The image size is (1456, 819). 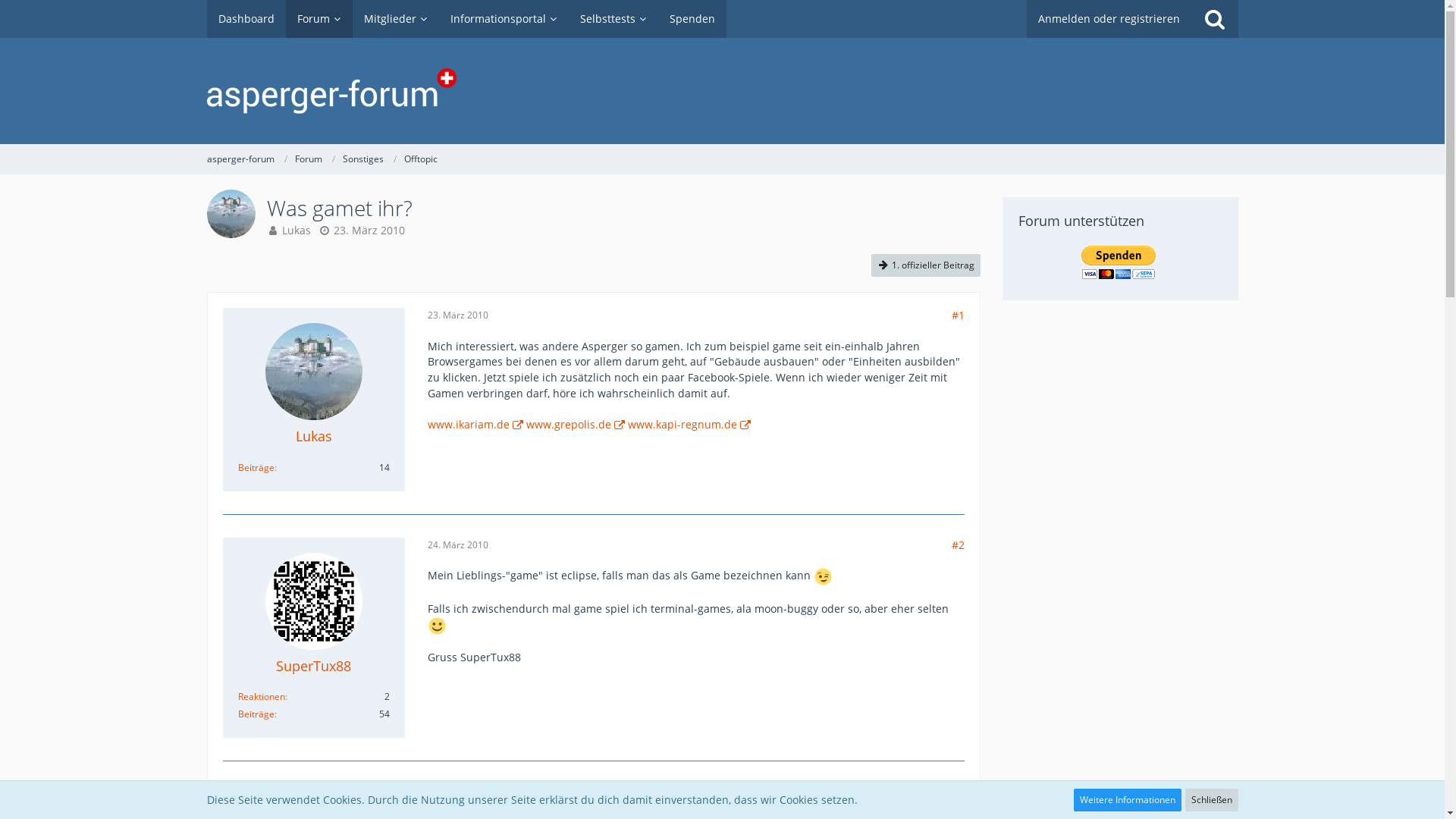 What do you see at coordinates (1073, 799) in the screenshot?
I see `'Weitere Informationen'` at bounding box center [1073, 799].